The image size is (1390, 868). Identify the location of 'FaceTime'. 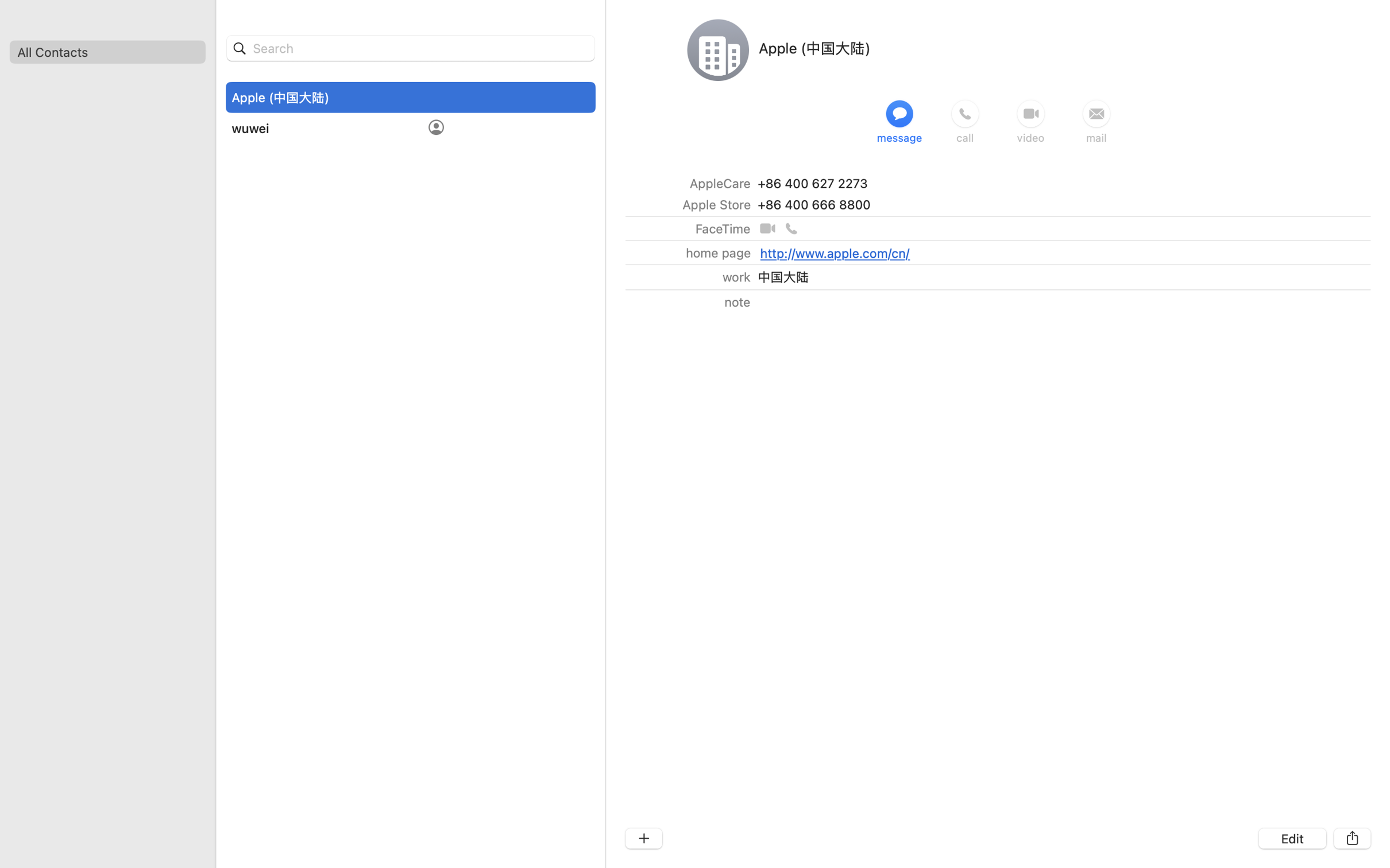
(723, 227).